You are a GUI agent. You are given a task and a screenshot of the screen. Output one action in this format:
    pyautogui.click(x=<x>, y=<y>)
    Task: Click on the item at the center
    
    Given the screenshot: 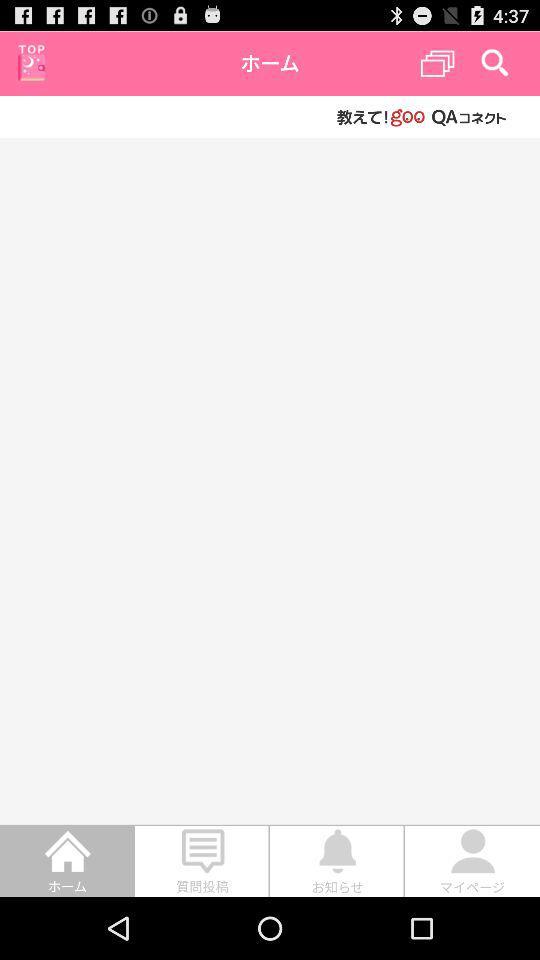 What is the action you would take?
    pyautogui.click(x=270, y=480)
    